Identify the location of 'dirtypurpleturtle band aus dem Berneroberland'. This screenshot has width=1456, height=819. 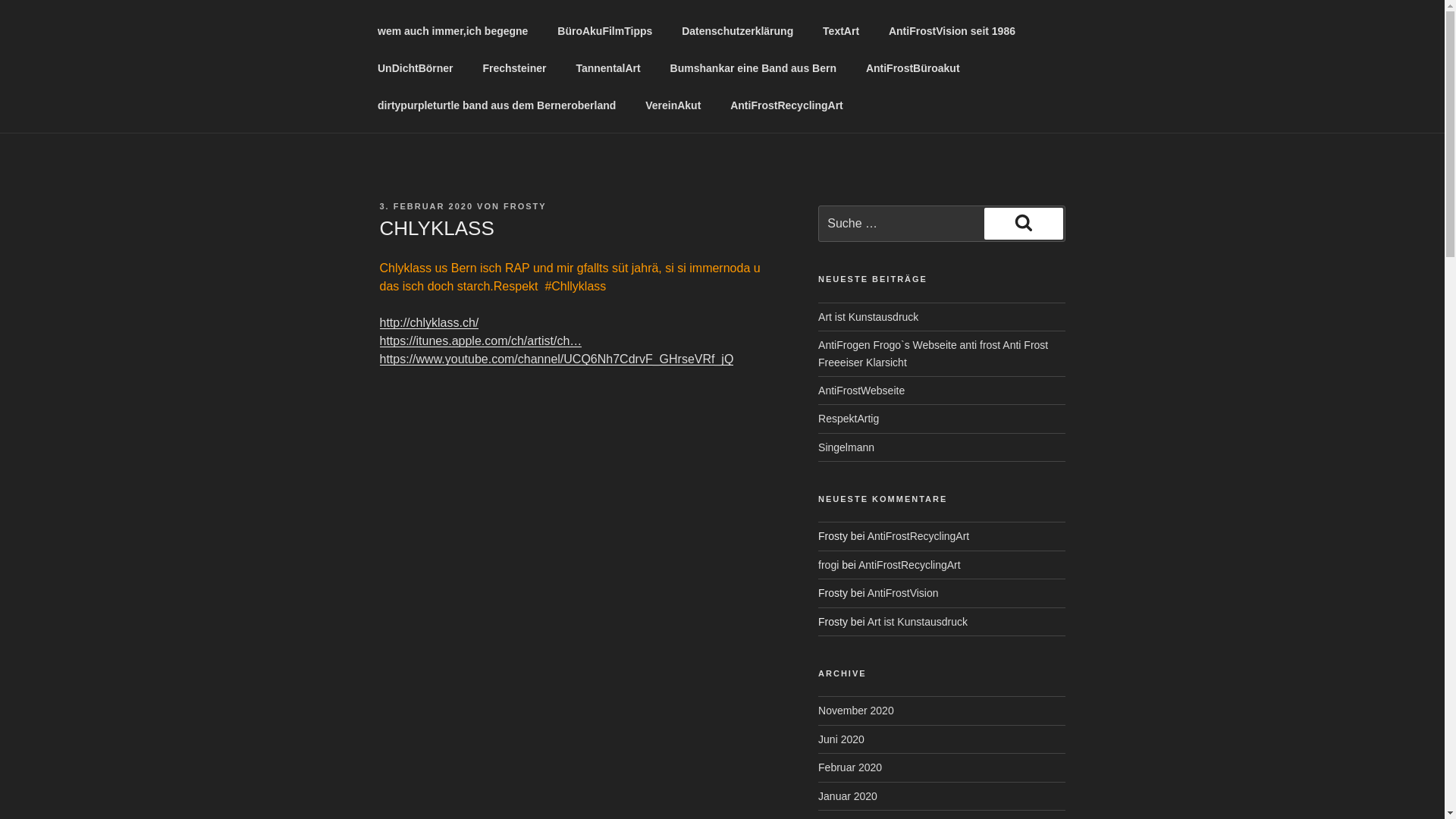
(496, 105).